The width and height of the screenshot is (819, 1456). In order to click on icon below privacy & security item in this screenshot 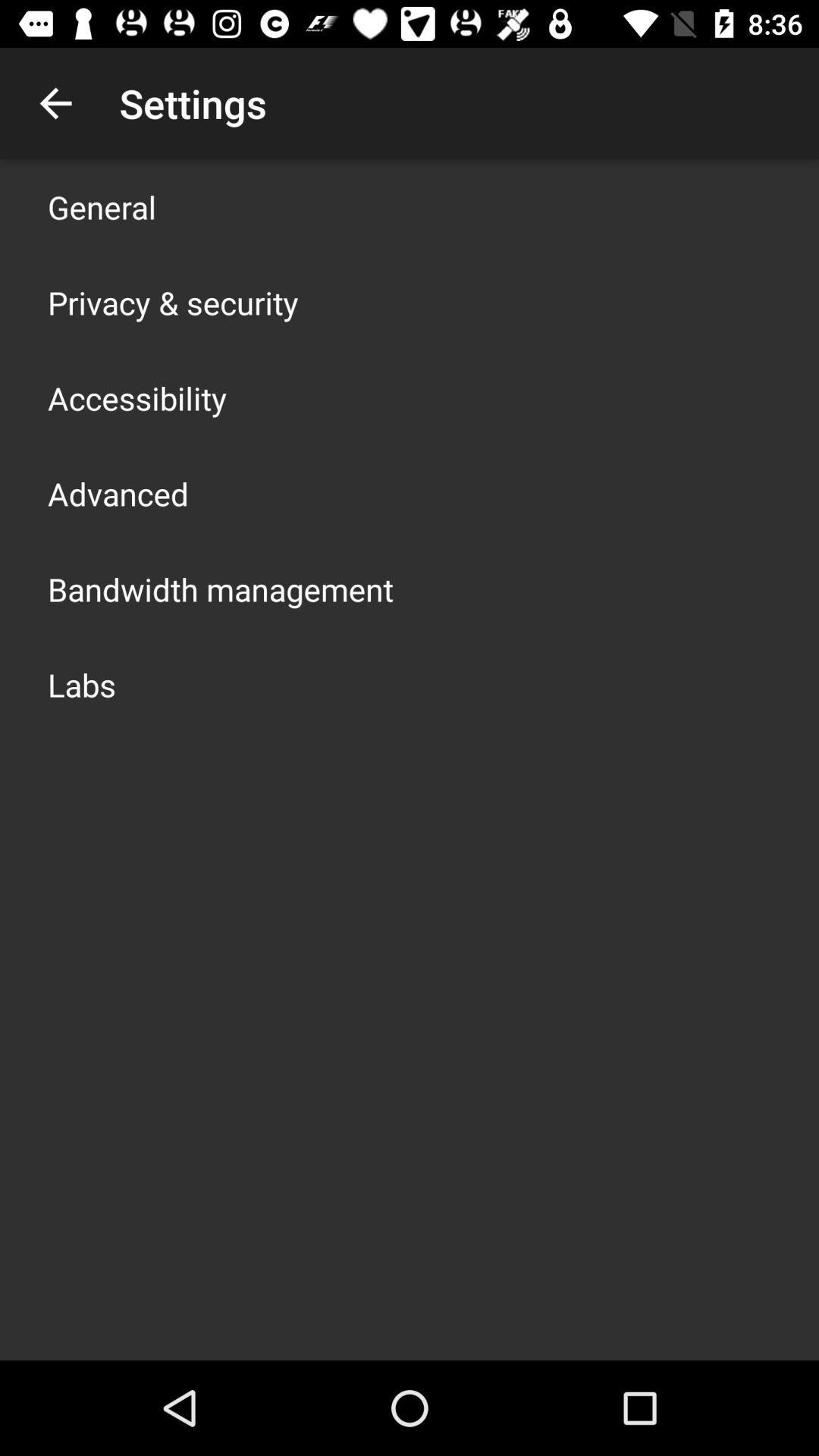, I will do `click(137, 397)`.